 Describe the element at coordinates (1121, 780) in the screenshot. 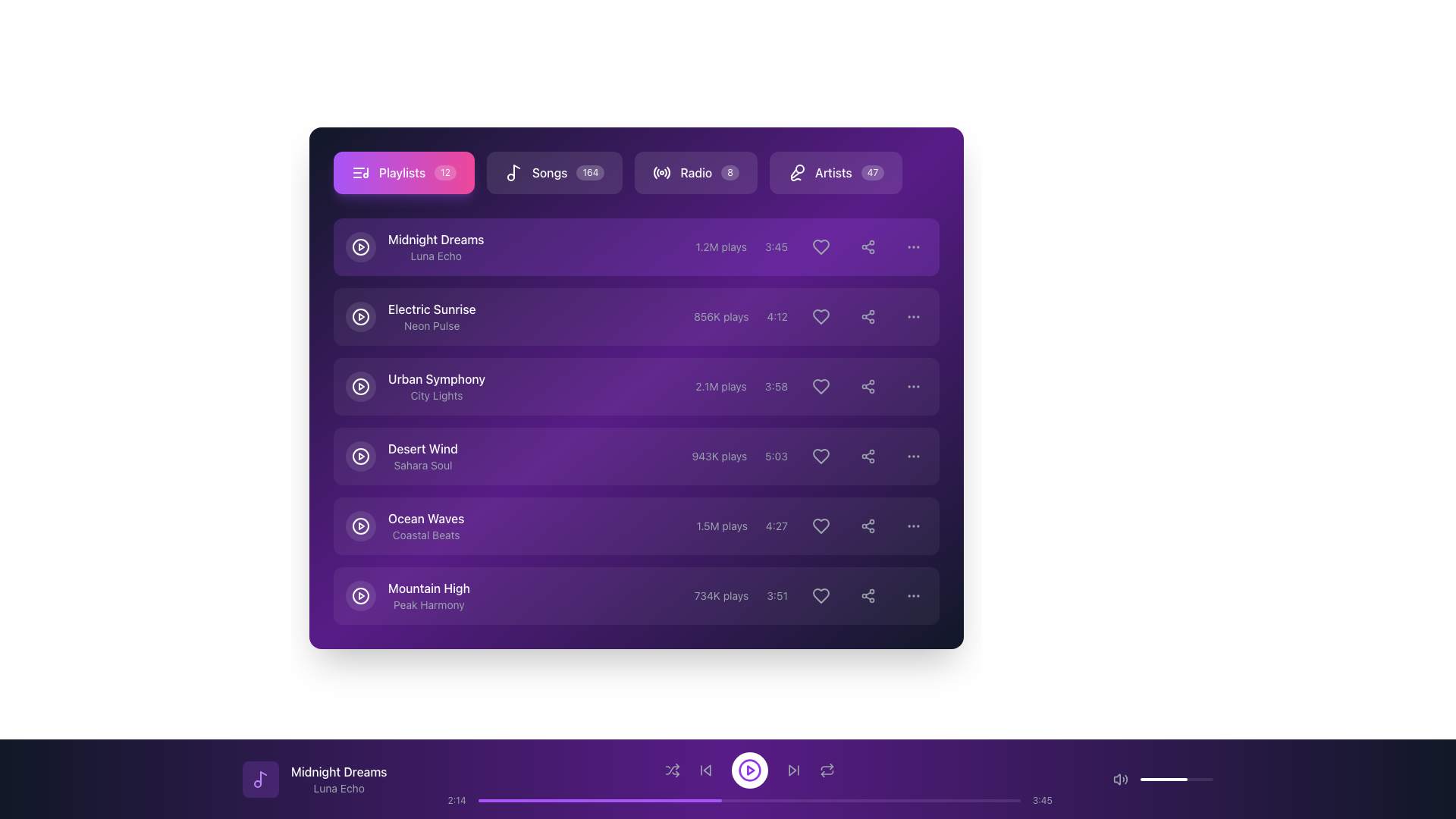

I see `the volume control icon located at the left of the progress bar in the bottom playback interface` at that location.